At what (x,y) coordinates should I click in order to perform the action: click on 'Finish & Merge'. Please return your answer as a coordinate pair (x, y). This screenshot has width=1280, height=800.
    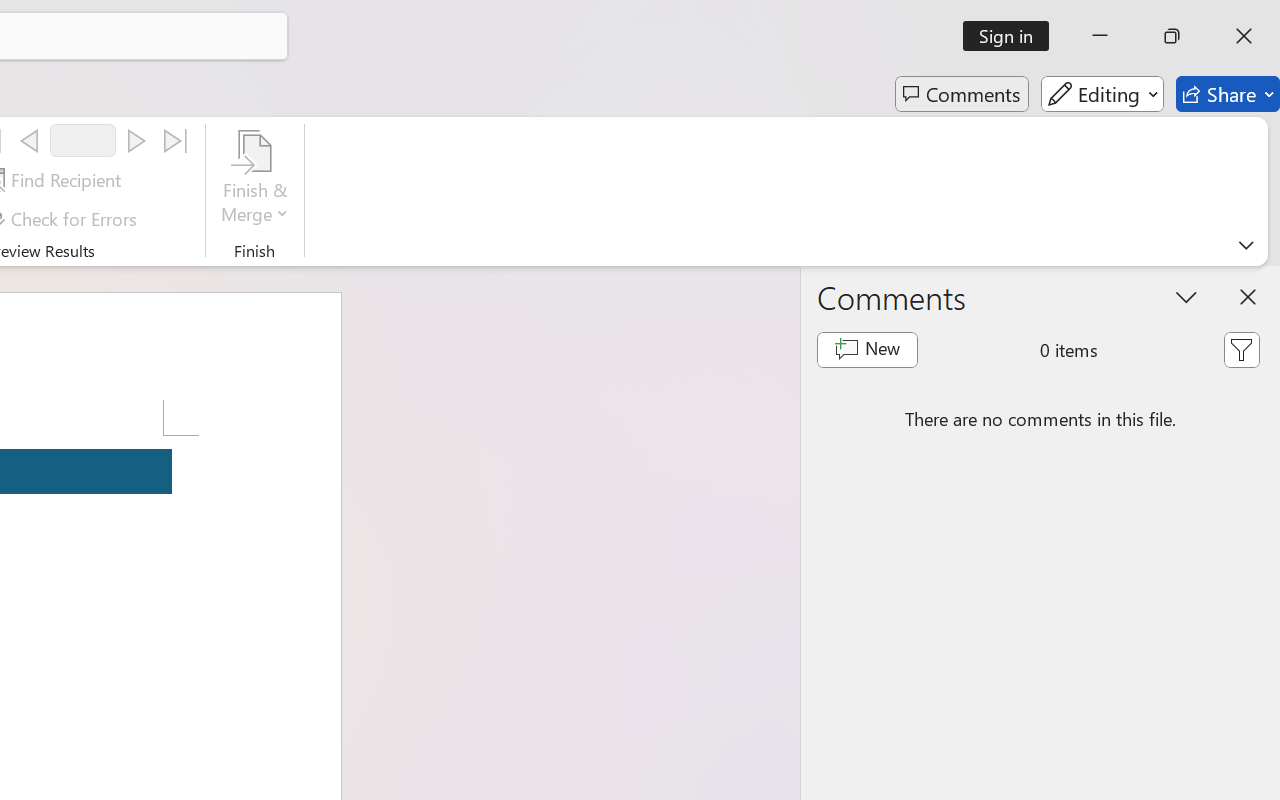
    Looking at the image, I should click on (254, 179).